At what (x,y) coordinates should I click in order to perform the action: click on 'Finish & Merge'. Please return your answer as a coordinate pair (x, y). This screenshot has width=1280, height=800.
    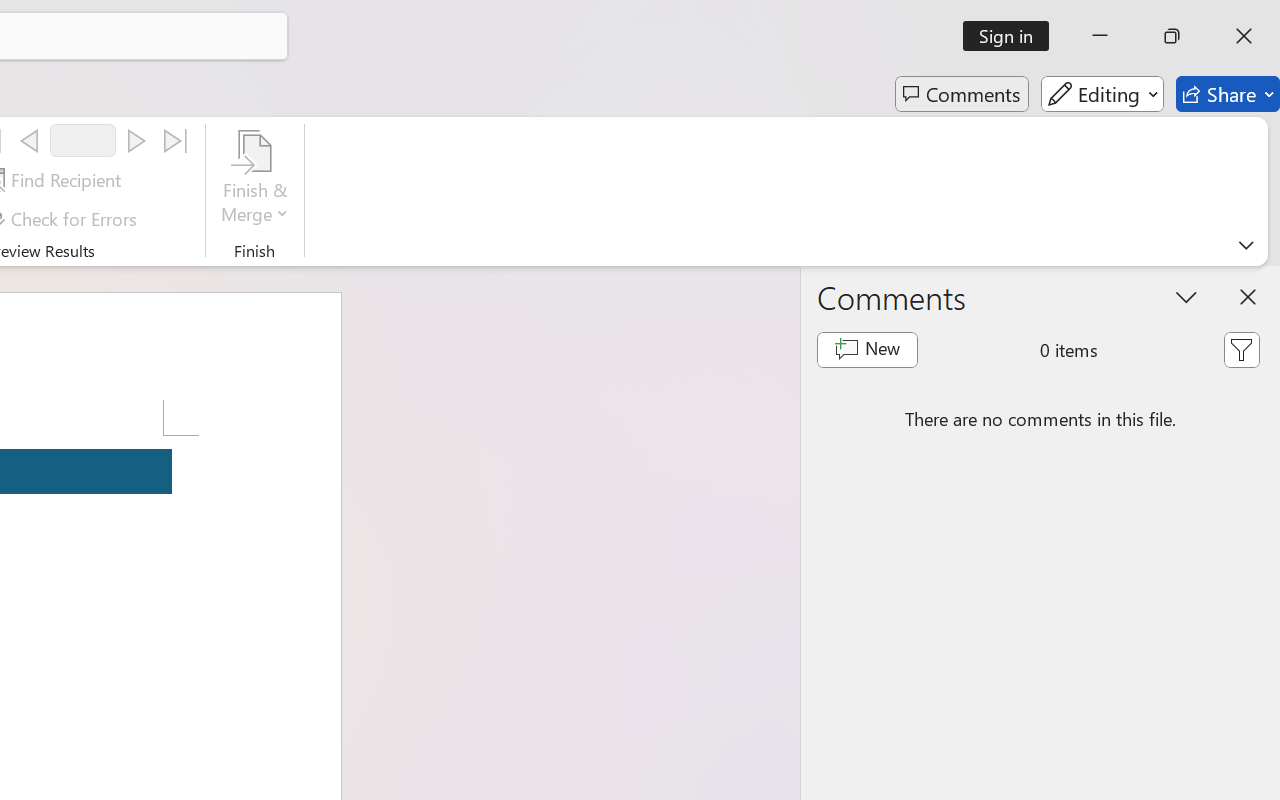
    Looking at the image, I should click on (254, 179).